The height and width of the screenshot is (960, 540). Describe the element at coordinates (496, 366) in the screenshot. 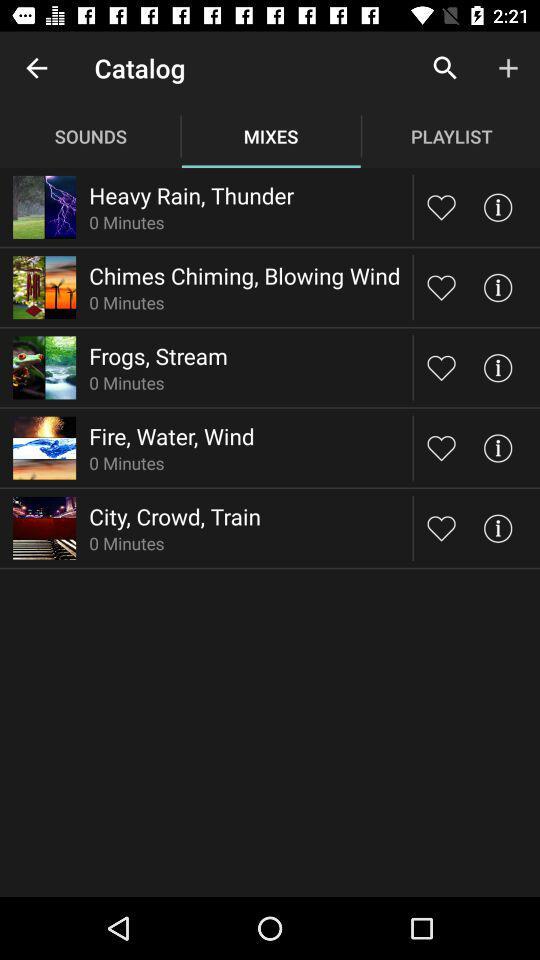

I see `the information` at that location.